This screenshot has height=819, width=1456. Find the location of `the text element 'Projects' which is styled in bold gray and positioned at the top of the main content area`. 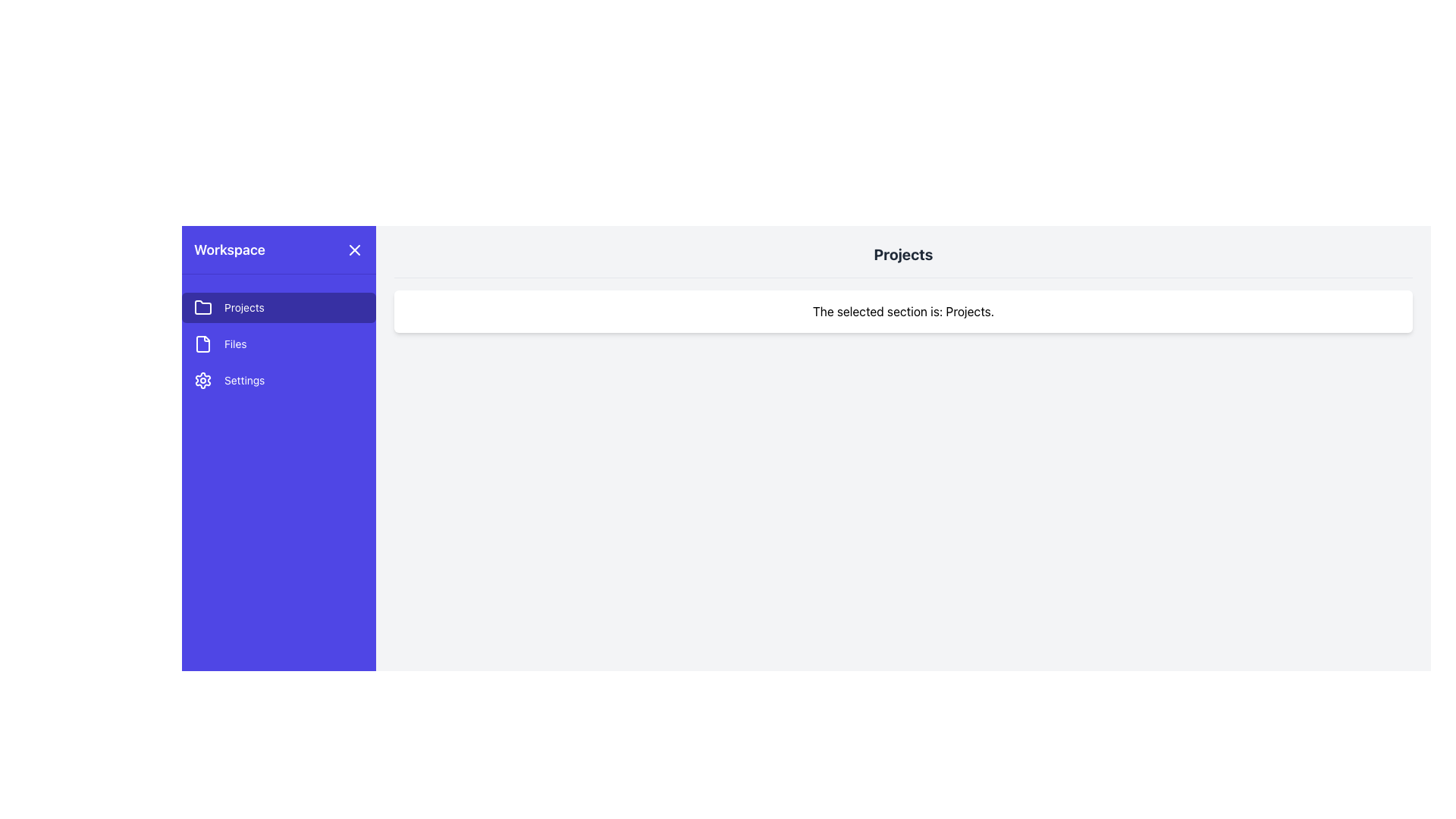

the text element 'Projects' which is styled in bold gray and positioned at the top of the main content area is located at coordinates (903, 260).